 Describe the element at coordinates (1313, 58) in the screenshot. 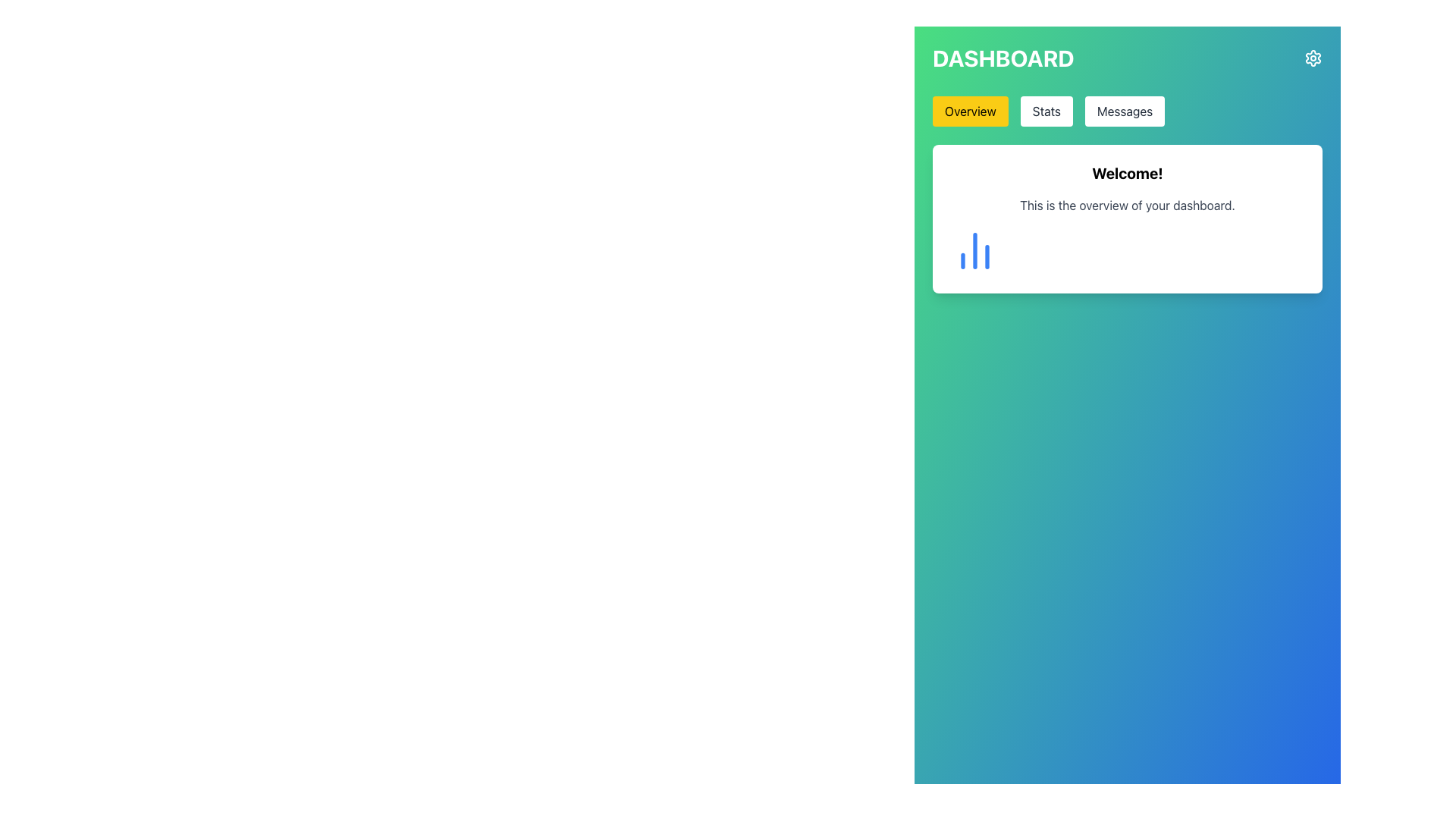

I see `the graphical gear icon located in the top-right corner of the interface within the vertical navigation pane` at that location.